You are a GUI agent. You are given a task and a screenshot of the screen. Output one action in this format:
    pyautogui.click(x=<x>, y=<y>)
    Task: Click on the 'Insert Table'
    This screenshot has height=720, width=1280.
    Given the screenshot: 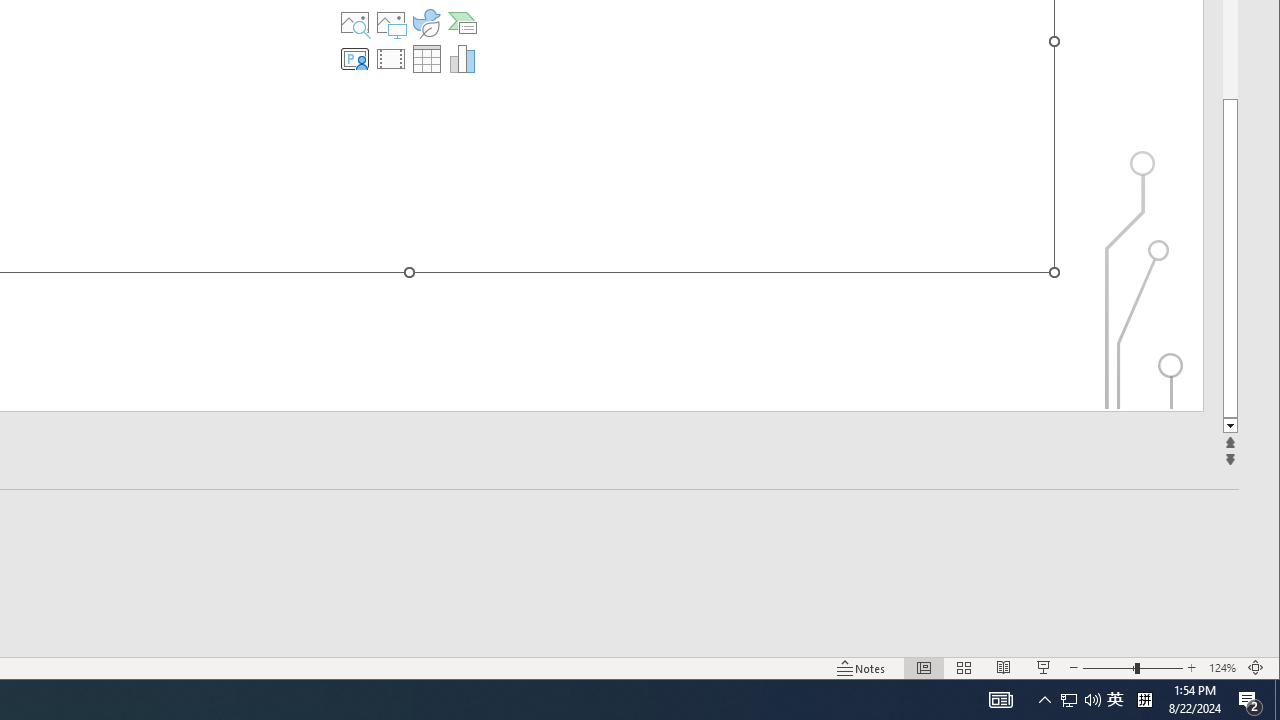 What is the action you would take?
    pyautogui.click(x=425, y=58)
    